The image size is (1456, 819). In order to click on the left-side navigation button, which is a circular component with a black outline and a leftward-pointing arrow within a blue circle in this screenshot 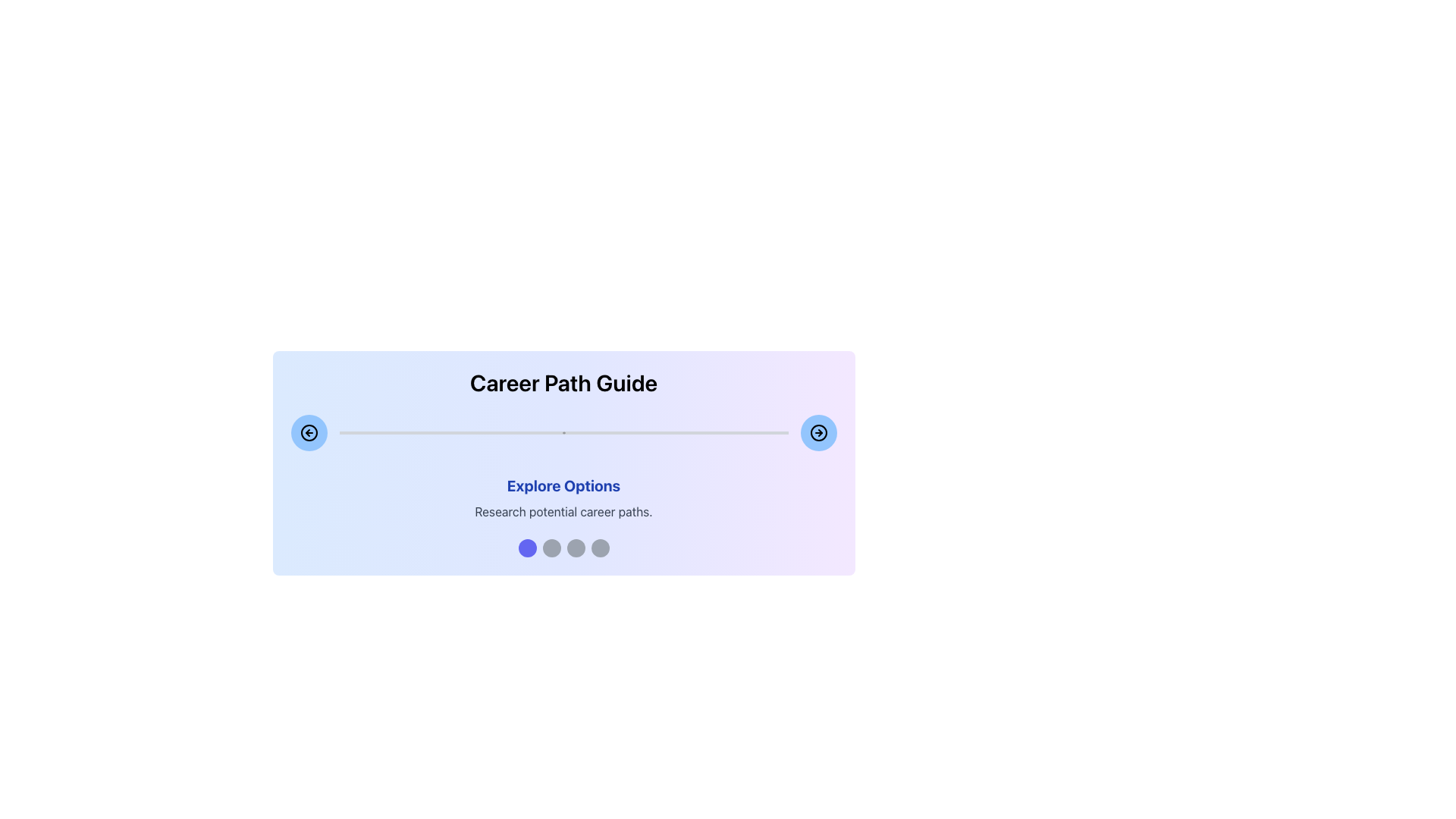, I will do `click(308, 432)`.